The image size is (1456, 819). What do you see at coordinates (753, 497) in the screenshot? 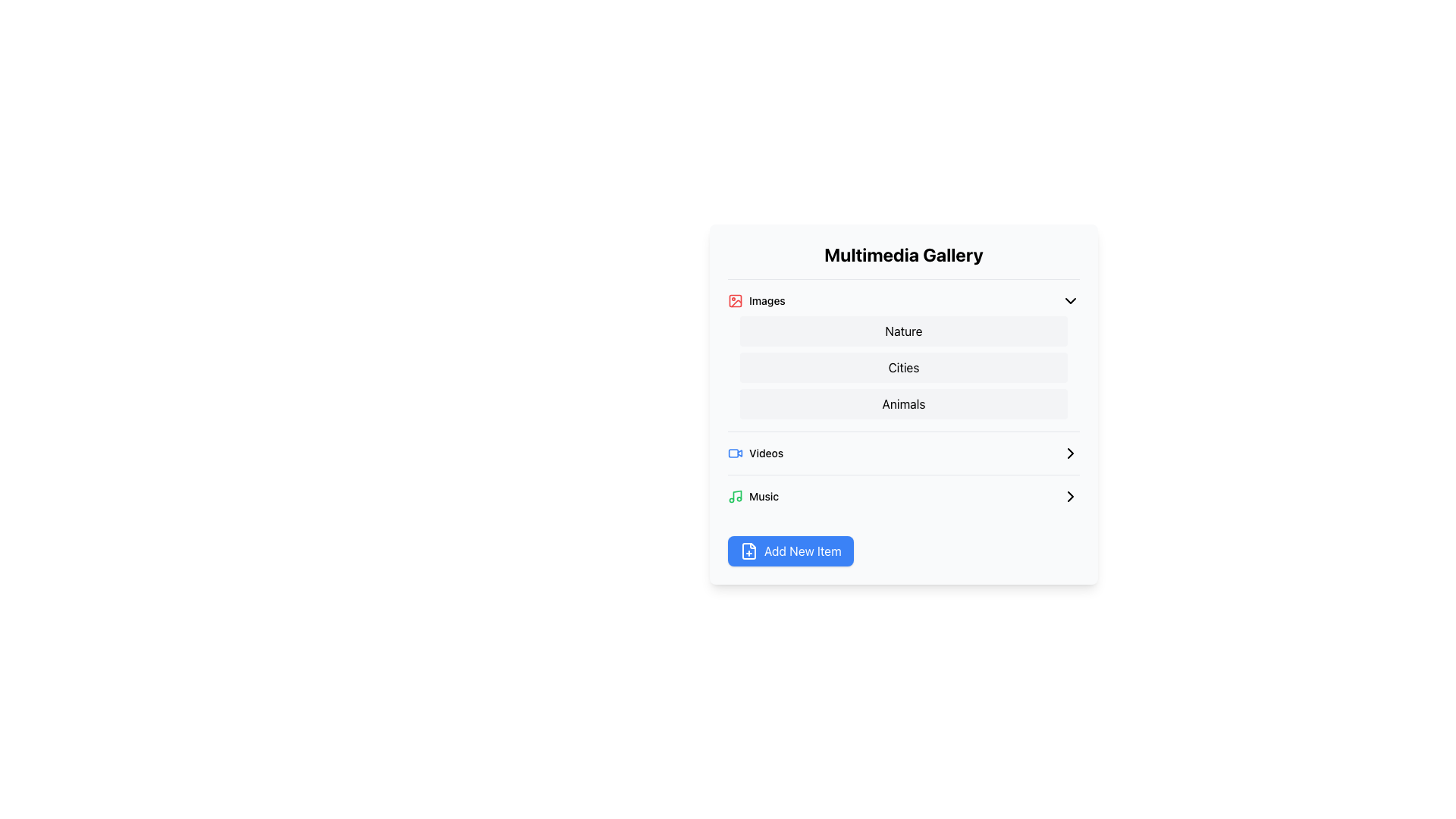
I see `the 'Music' list item in the 'Videos' section` at bounding box center [753, 497].